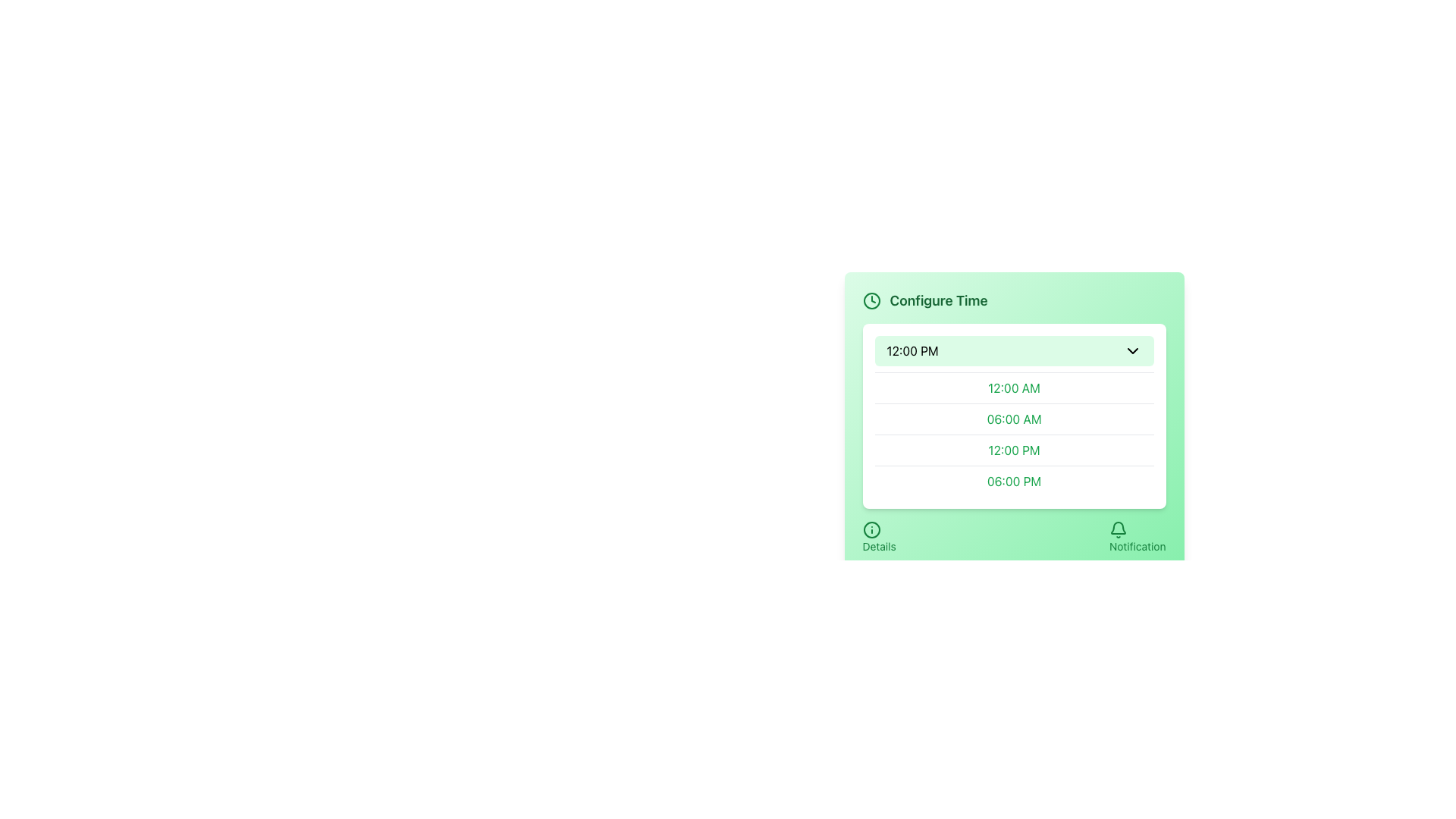 This screenshot has height=819, width=1456. What do you see at coordinates (1014, 350) in the screenshot?
I see `the Dropdown toggle control` at bounding box center [1014, 350].